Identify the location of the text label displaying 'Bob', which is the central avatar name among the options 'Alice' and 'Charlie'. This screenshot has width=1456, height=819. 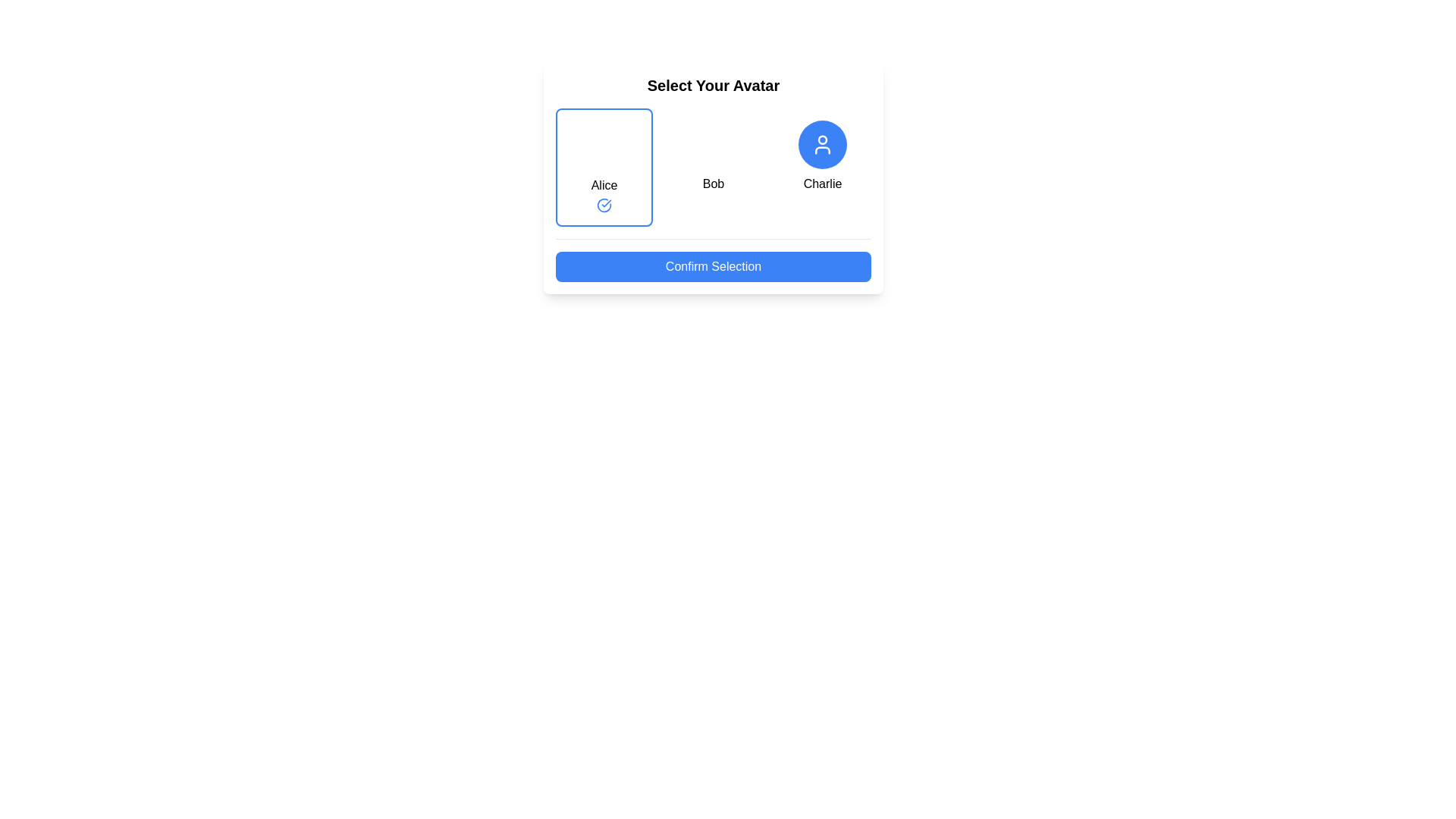
(712, 177).